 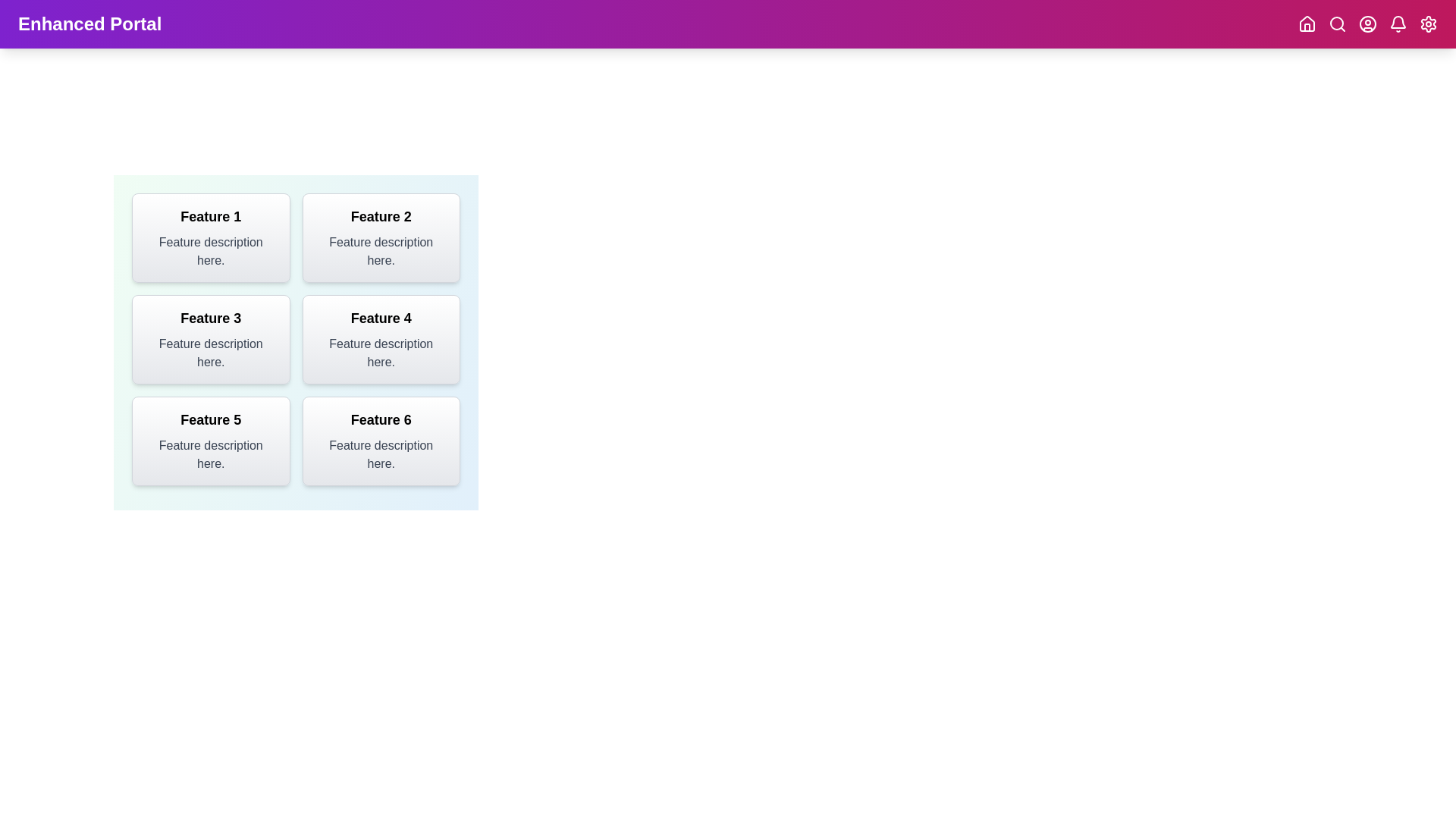 What do you see at coordinates (1397, 24) in the screenshot?
I see `the navigation icon bell to see its hover effect` at bounding box center [1397, 24].